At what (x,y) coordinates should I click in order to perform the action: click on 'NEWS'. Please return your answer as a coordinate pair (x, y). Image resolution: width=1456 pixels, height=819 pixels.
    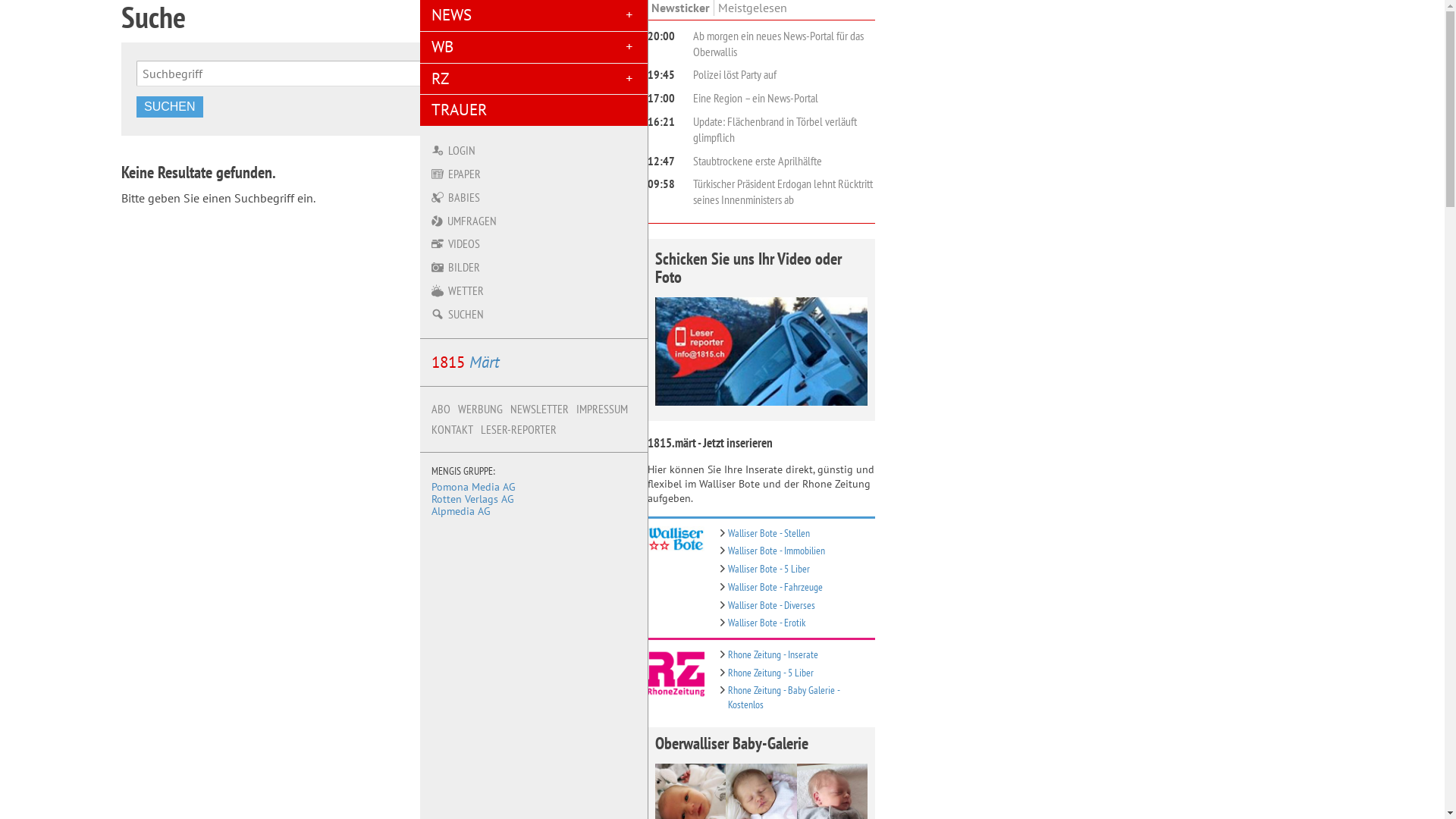
    Looking at the image, I should click on (534, 15).